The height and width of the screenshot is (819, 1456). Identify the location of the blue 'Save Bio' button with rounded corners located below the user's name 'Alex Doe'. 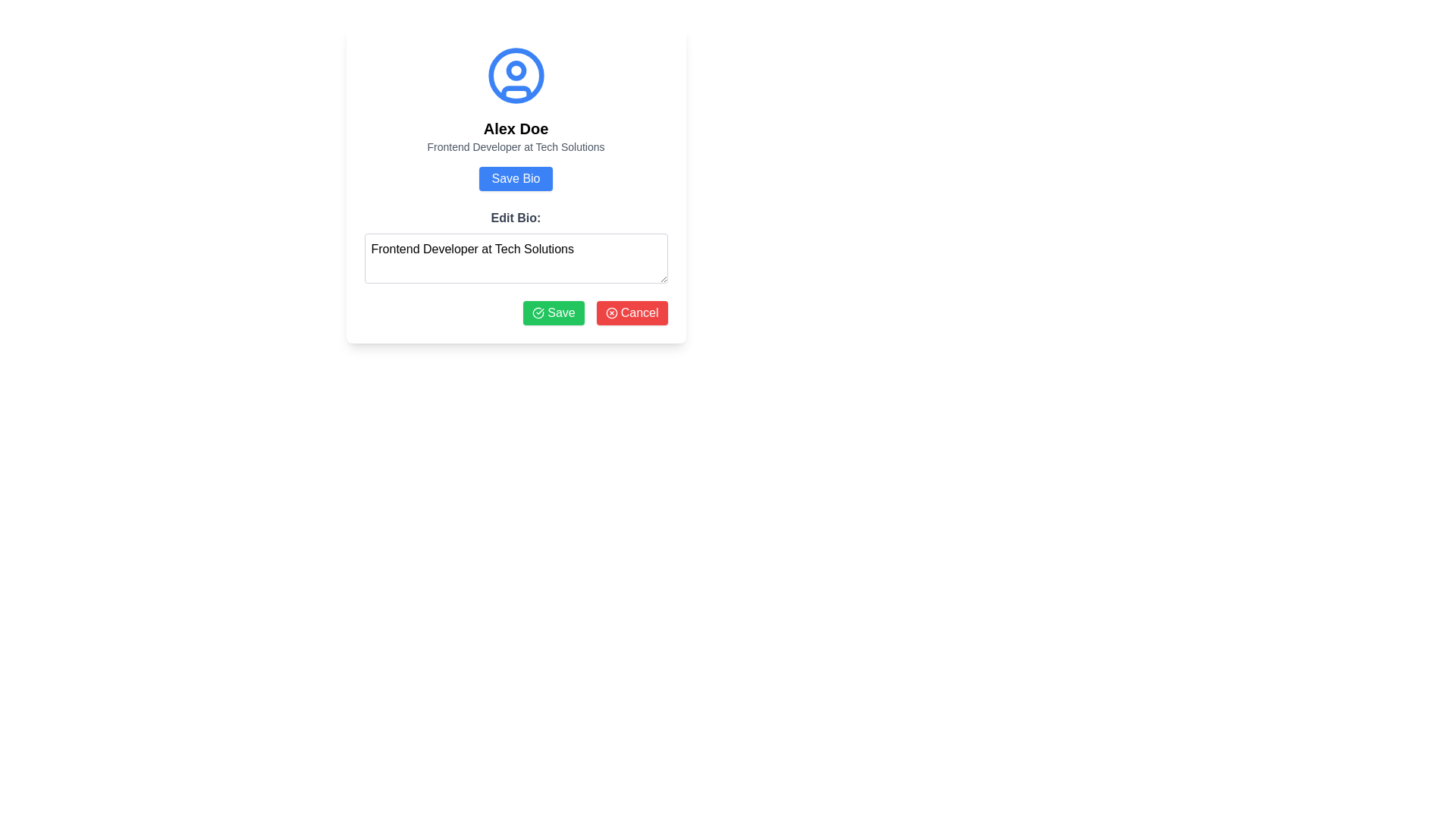
(516, 184).